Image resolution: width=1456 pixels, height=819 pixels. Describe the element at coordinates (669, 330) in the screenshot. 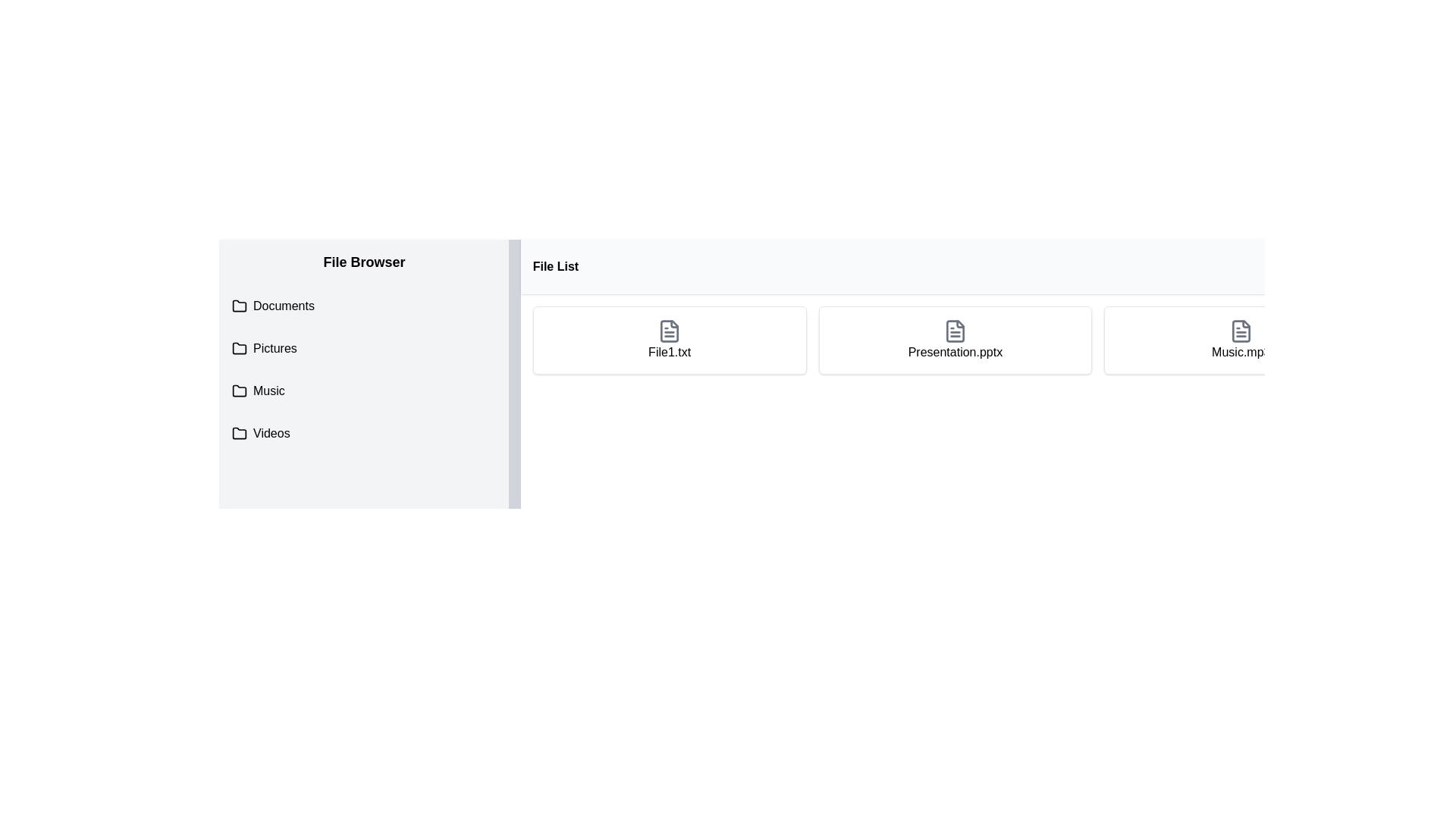

I see `the document icon located in the 'File List' section` at that location.